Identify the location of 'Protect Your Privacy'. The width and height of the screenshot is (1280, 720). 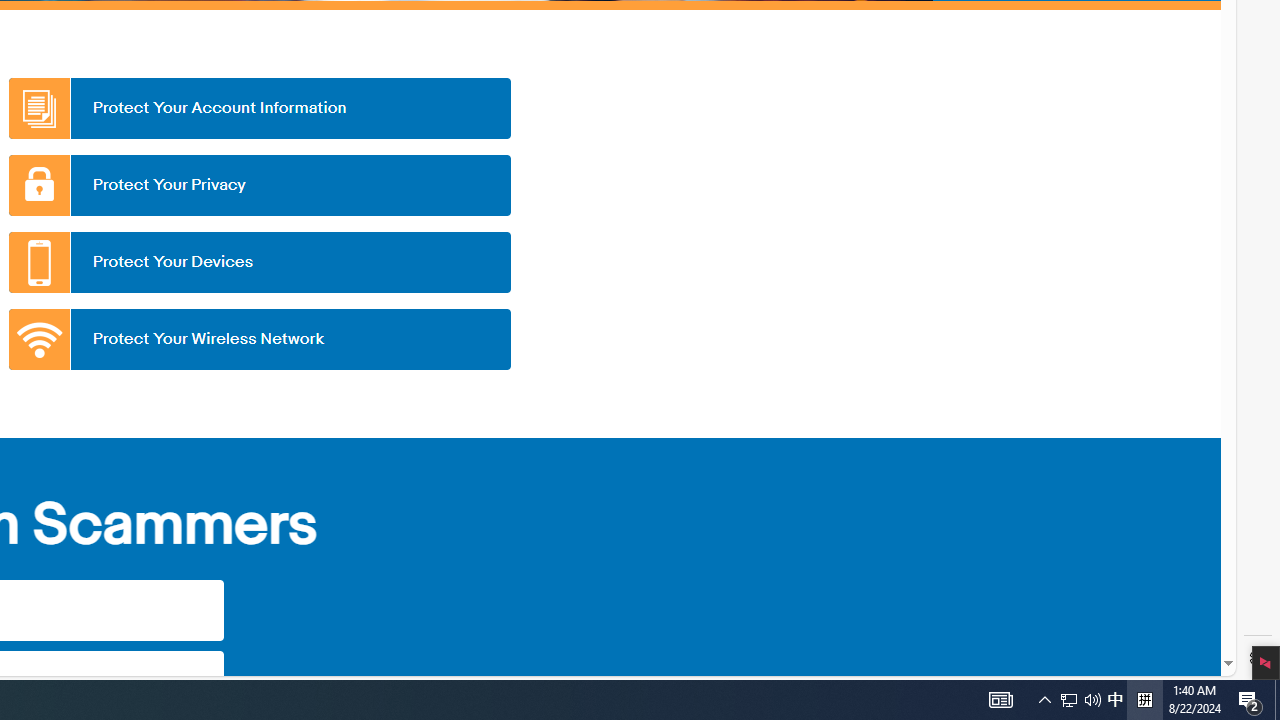
(258, 185).